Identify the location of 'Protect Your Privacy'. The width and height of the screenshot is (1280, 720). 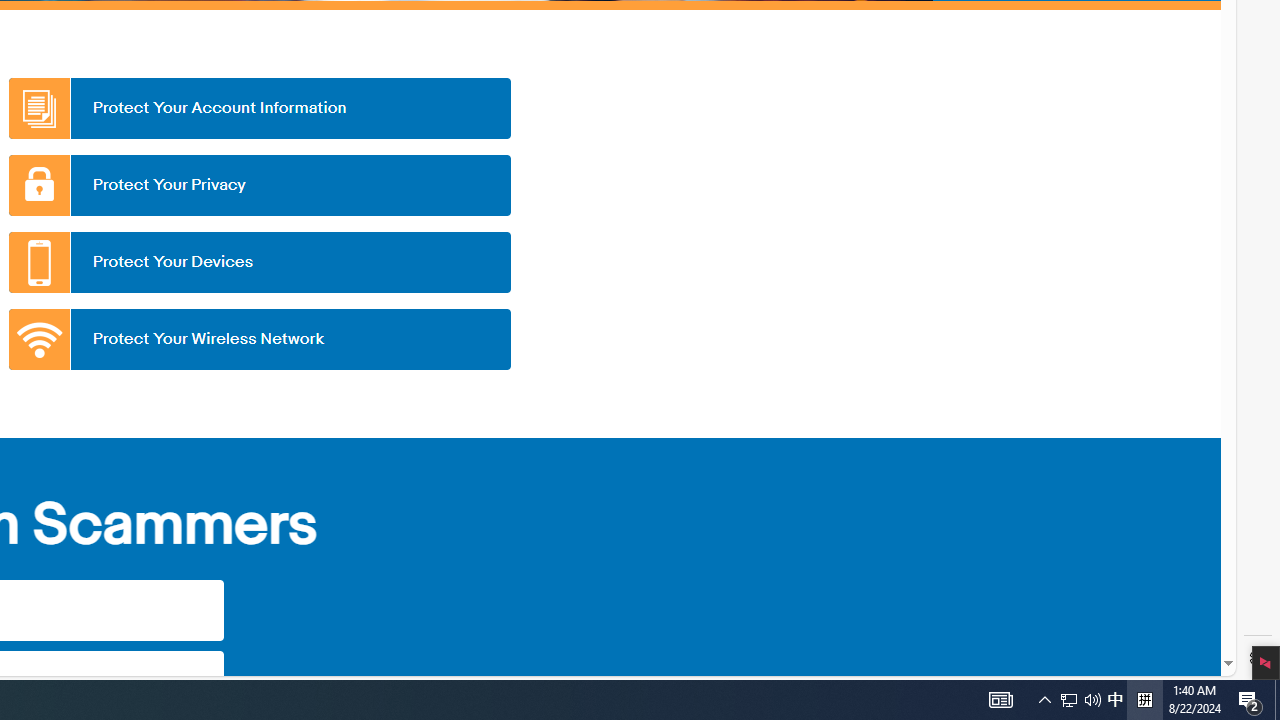
(258, 185).